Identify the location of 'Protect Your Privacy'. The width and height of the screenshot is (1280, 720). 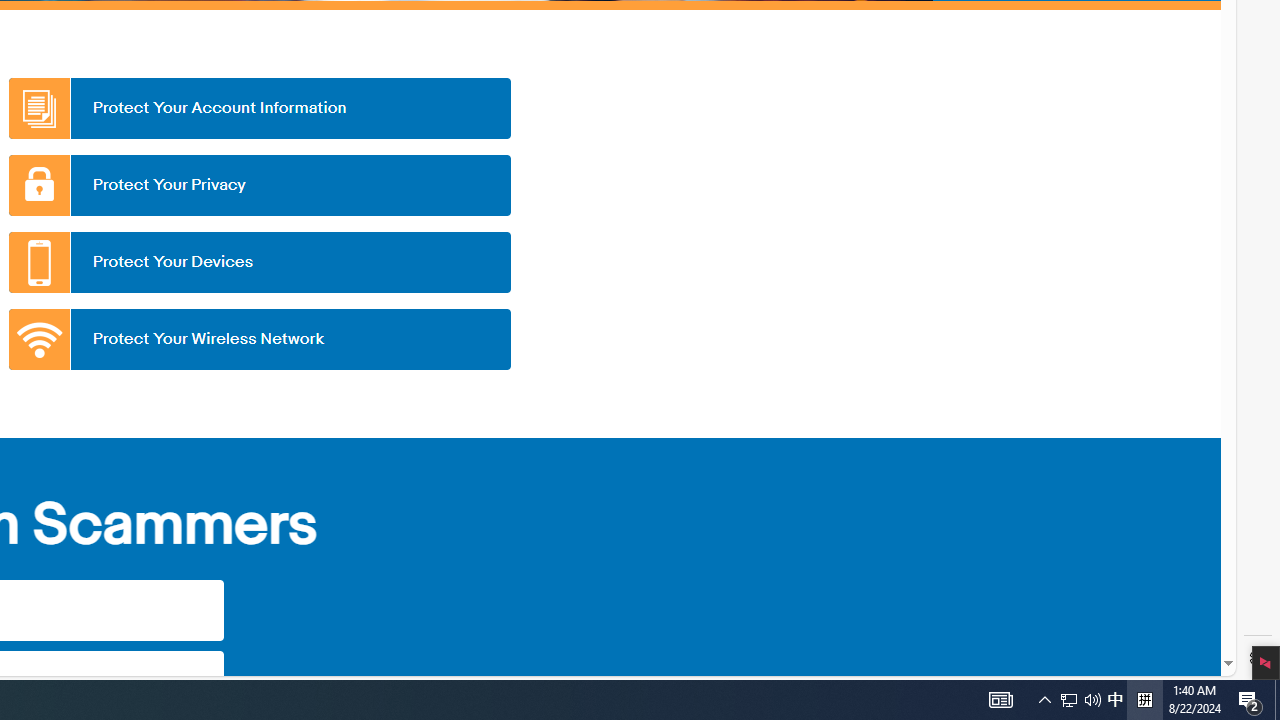
(258, 185).